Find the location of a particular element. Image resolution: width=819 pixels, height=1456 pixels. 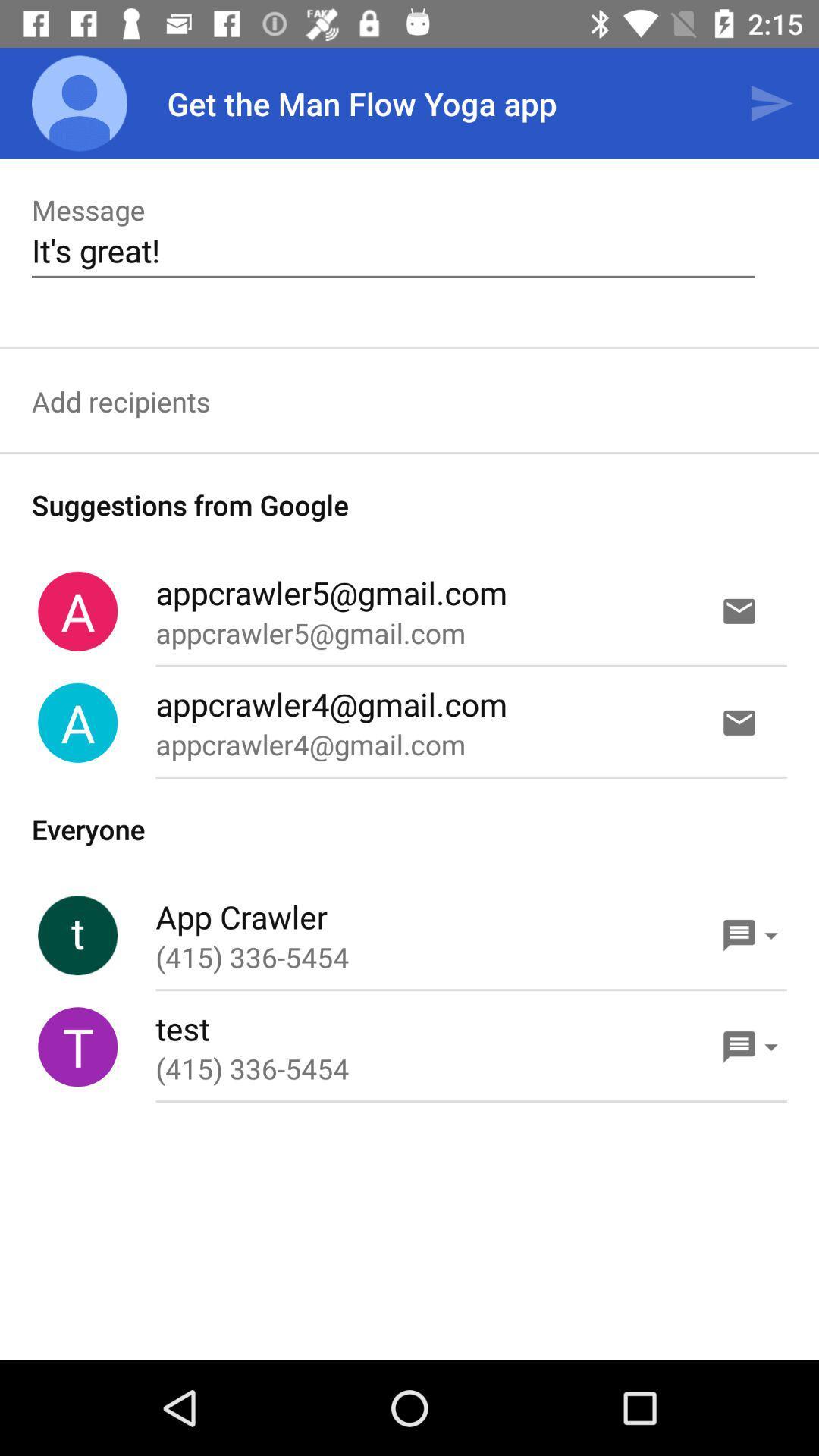

the app next to get the man item is located at coordinates (79, 102).